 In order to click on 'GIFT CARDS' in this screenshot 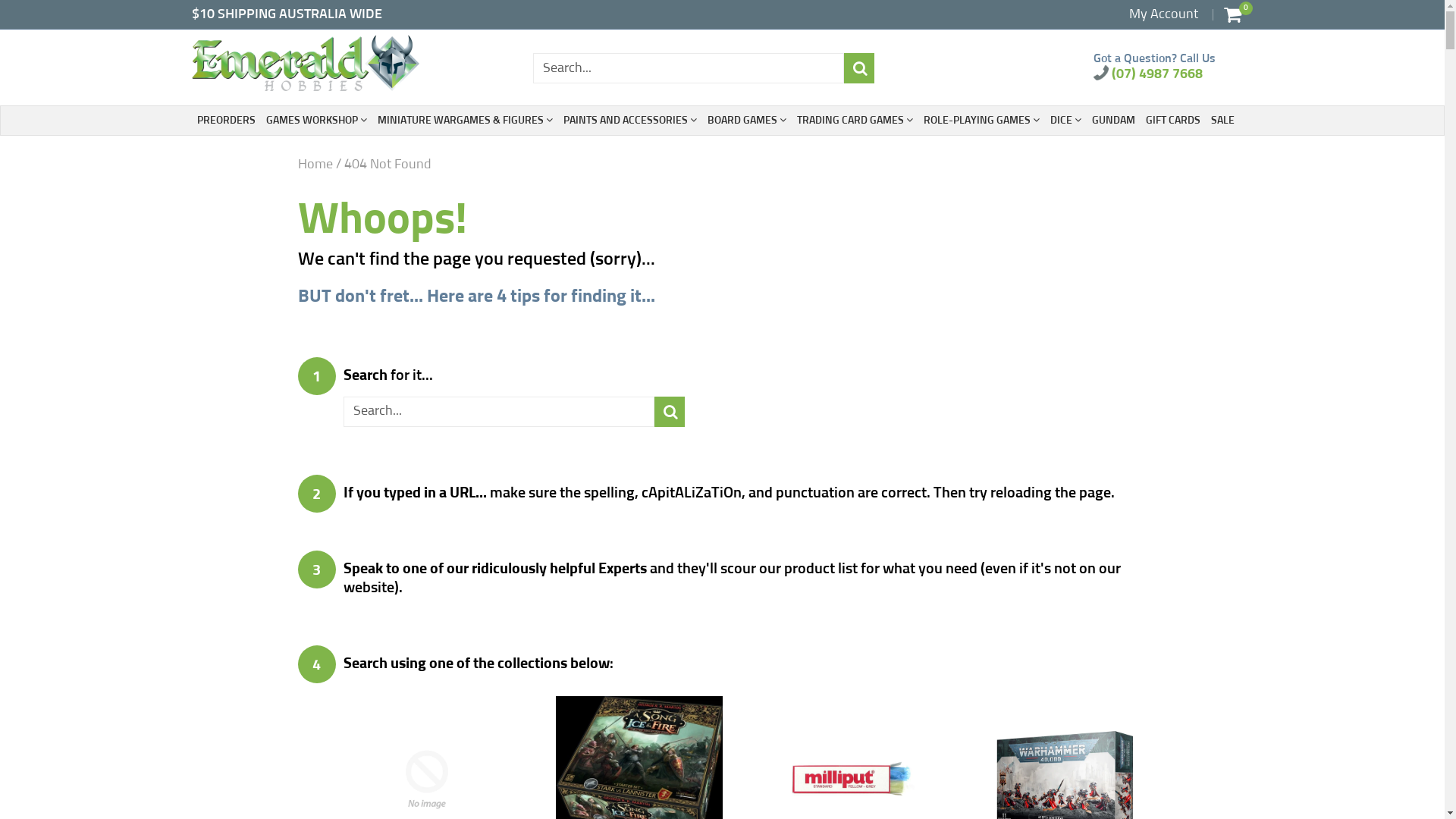, I will do `click(1171, 119)`.